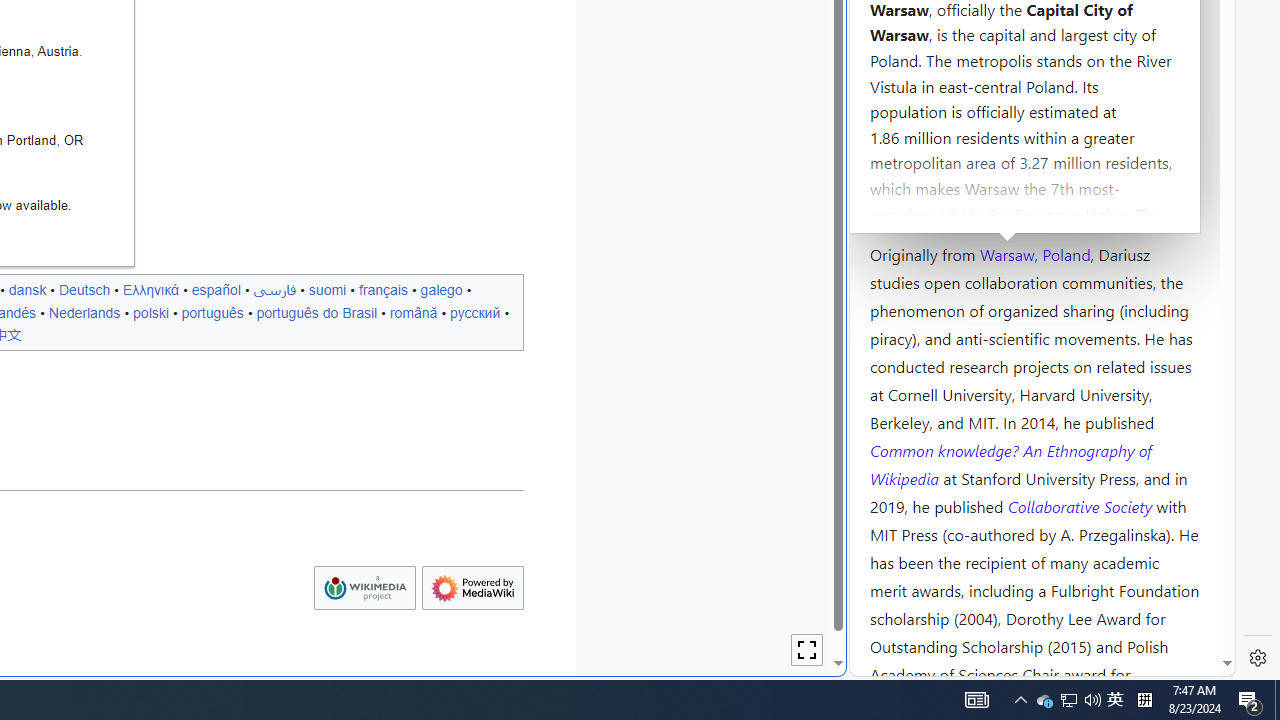  Describe the element at coordinates (327, 289) in the screenshot. I see `'suomi'` at that location.